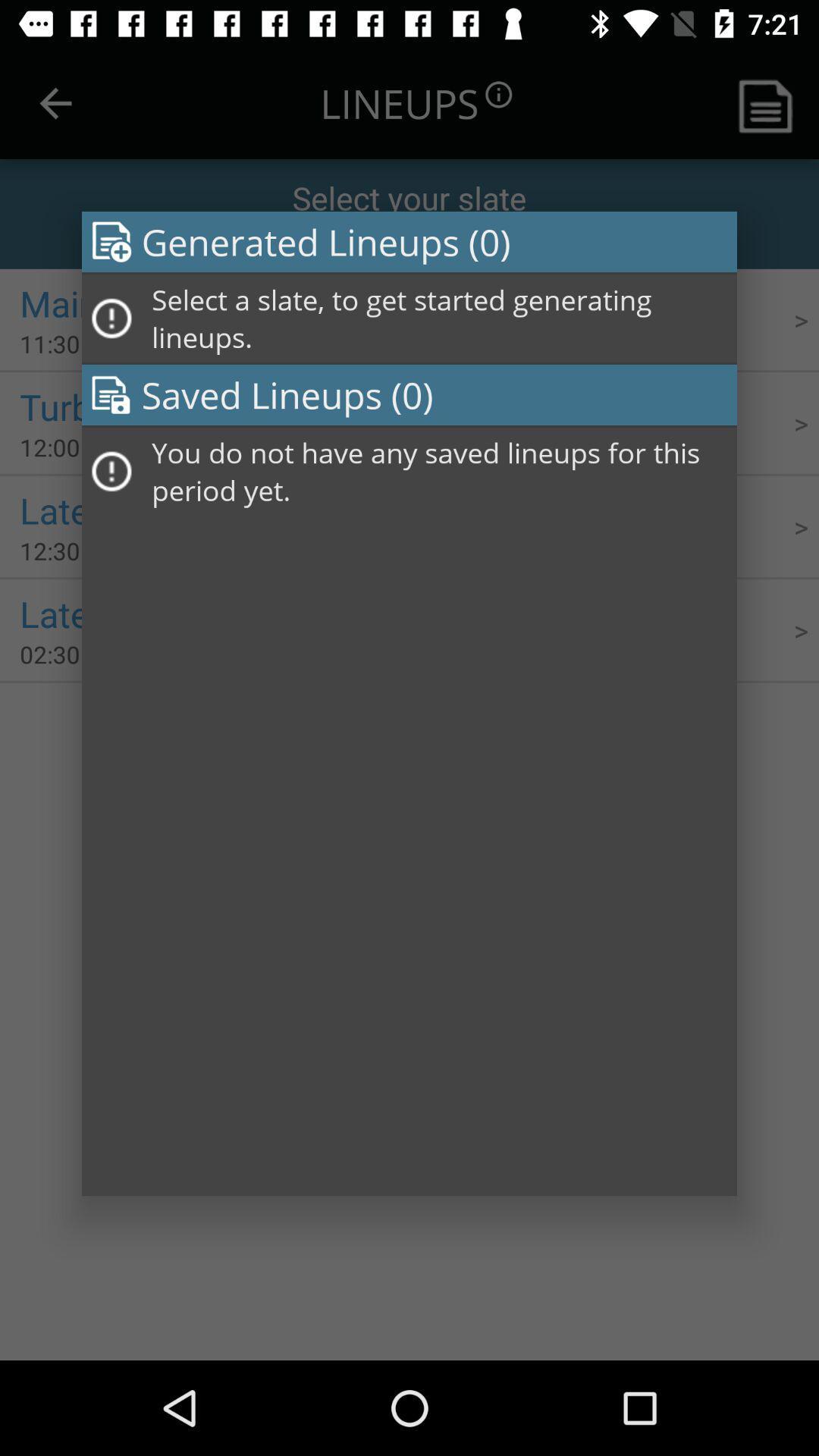 The image size is (819, 1456). I want to click on the icon below saved lineups (0) item, so click(439, 470).